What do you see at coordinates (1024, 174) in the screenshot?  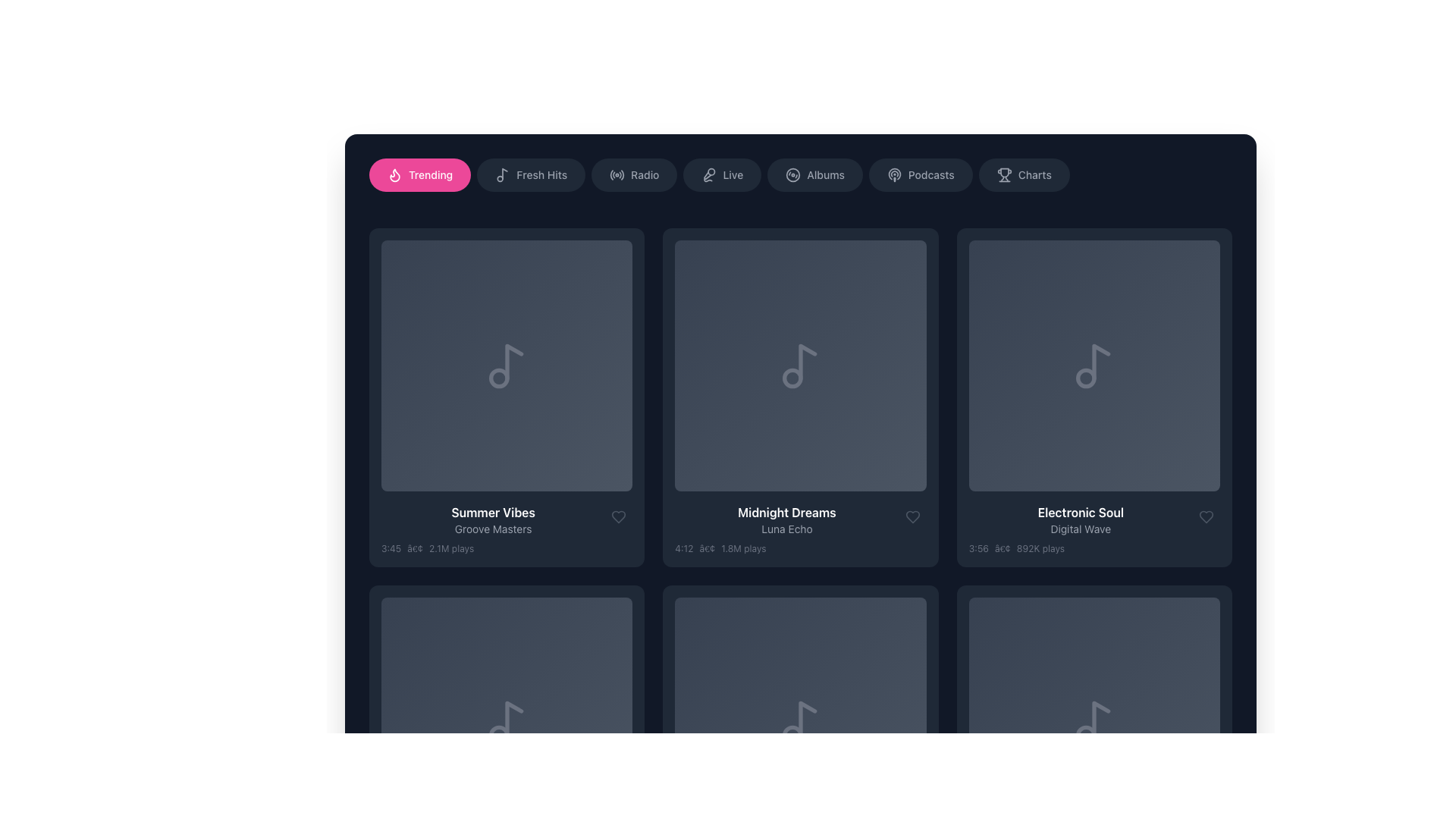 I see `the rounded rectangular button labeled 'Charts' with a trophy icon in the horizontal menu bar` at bounding box center [1024, 174].